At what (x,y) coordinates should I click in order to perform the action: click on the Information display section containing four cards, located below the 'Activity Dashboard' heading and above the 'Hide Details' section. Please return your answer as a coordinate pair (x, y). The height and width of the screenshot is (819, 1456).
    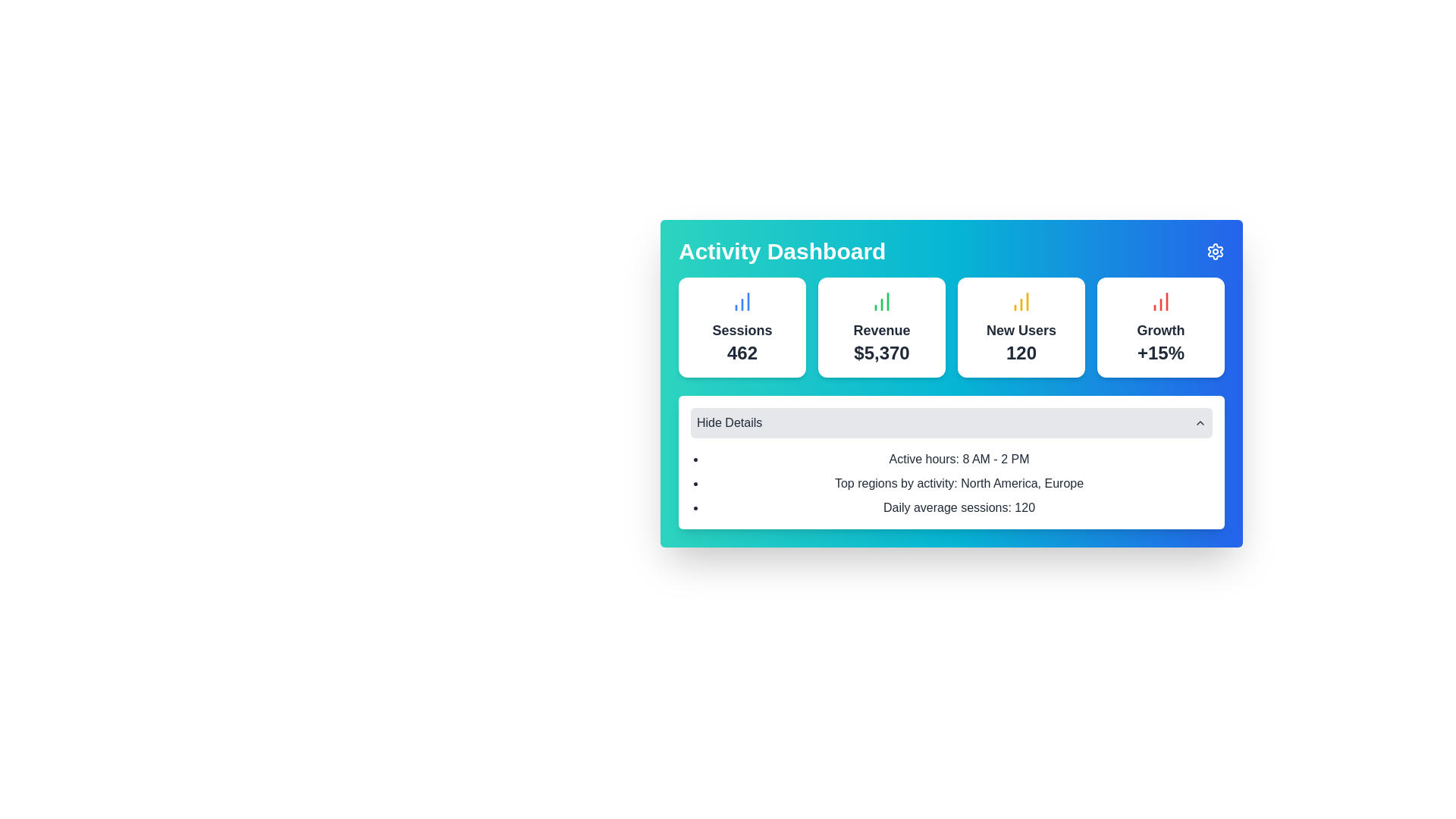
    Looking at the image, I should click on (950, 403).